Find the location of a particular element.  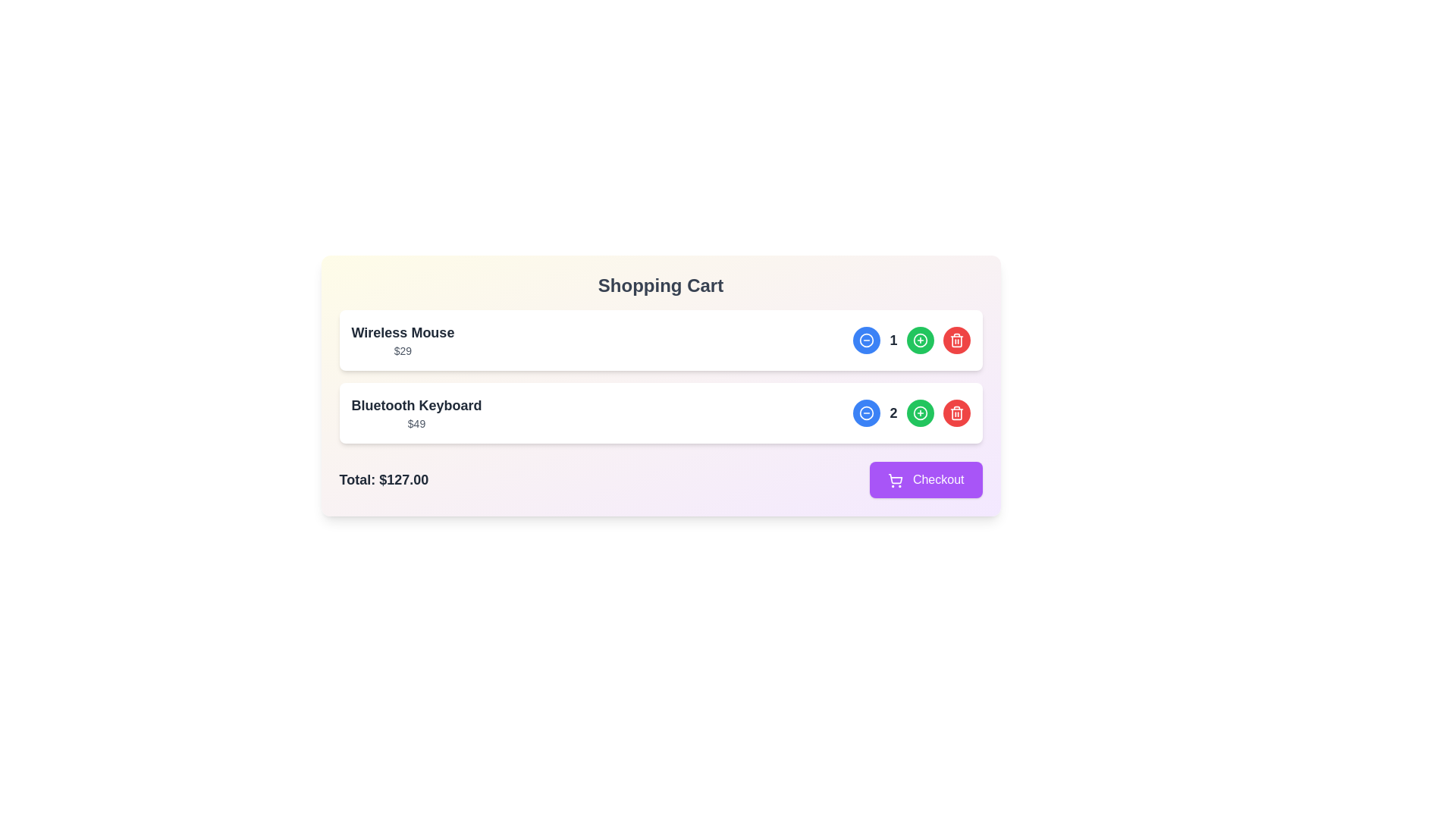

the circular element that encloses the '+' symbol to increase the quantity of the Bluetooth Keyboard is located at coordinates (919, 413).